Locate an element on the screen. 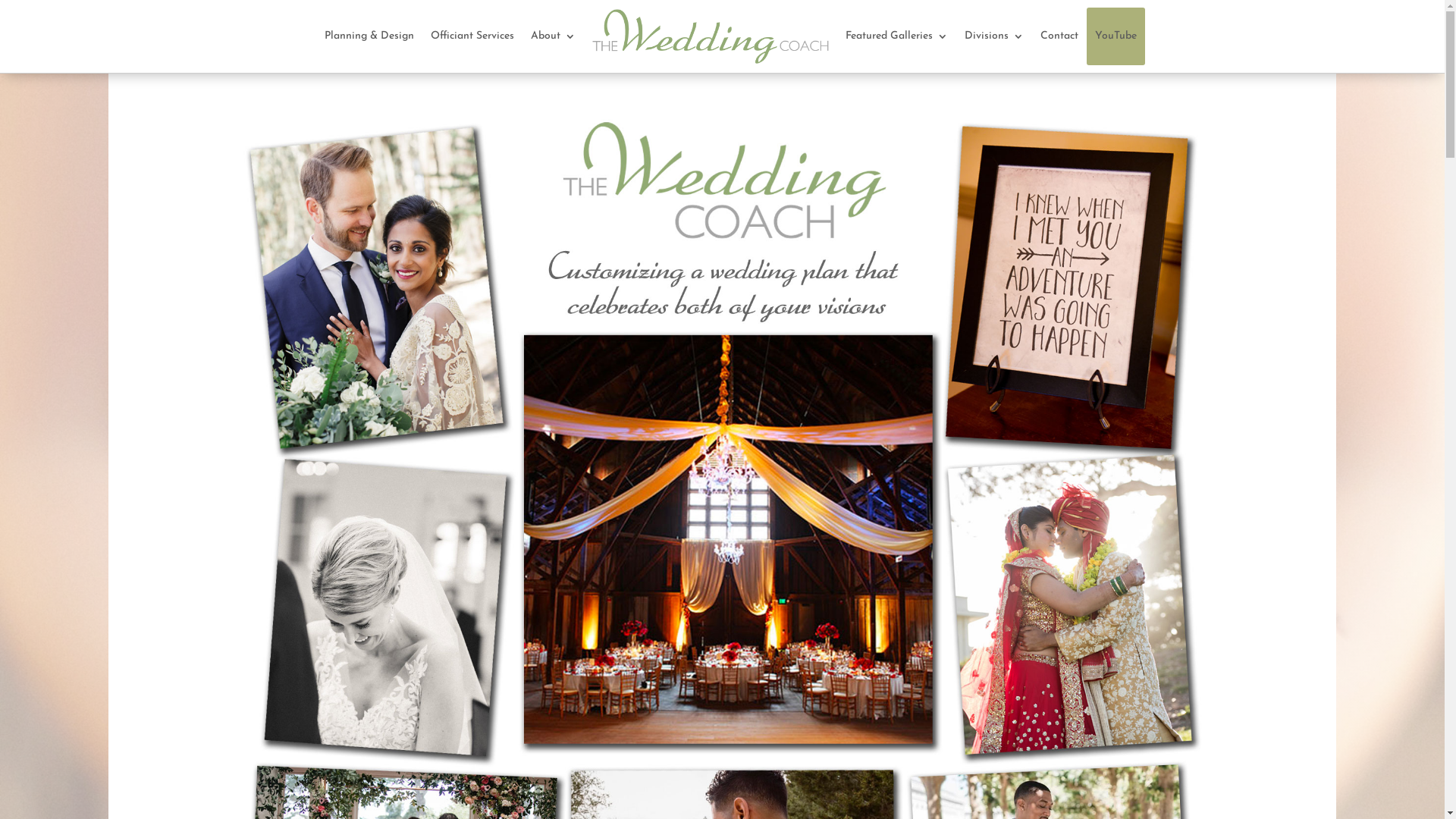 This screenshot has width=1456, height=819. 'Officiant Services' is located at coordinates (429, 35).